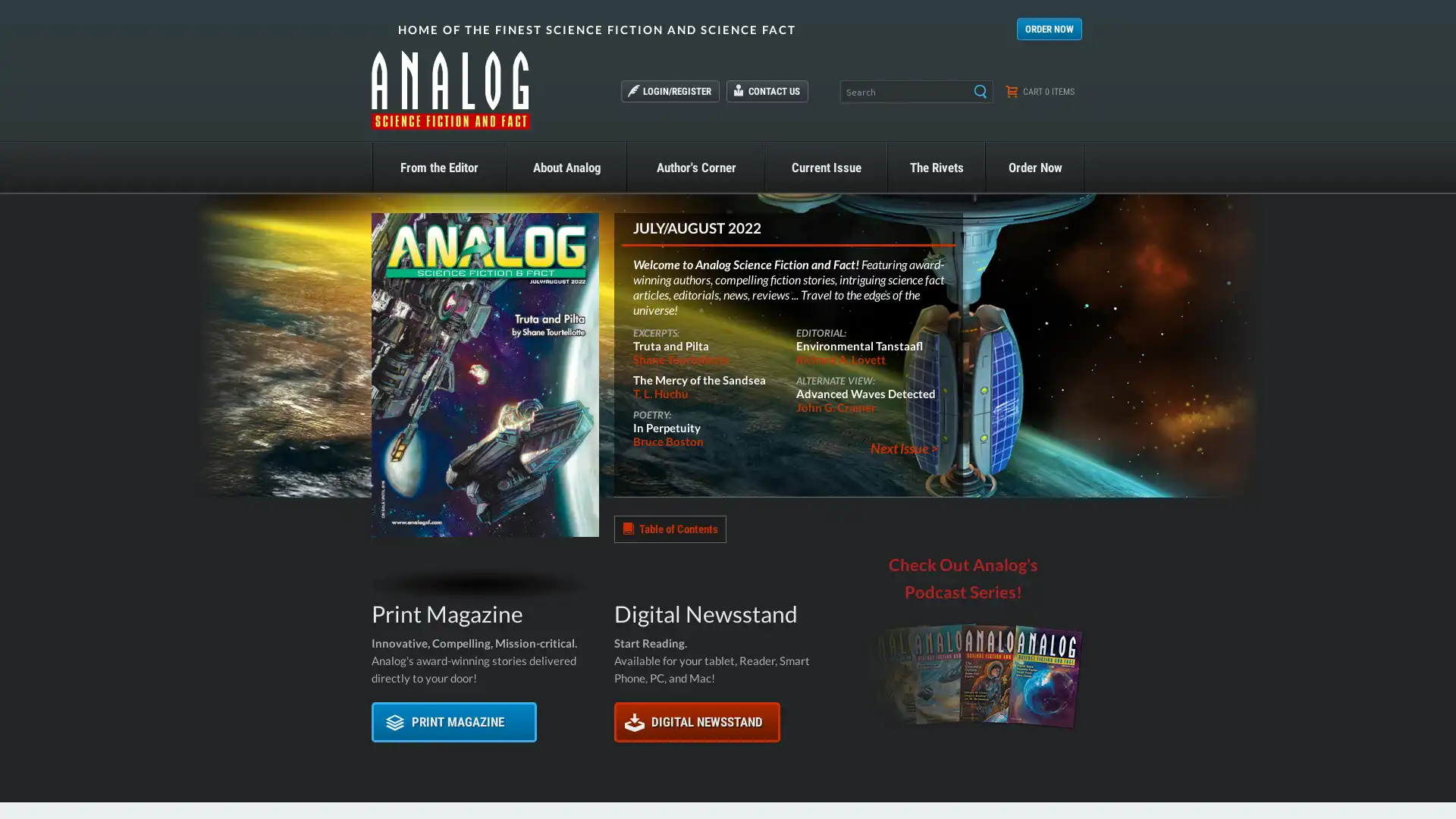  I want to click on Search, so click(980, 91).